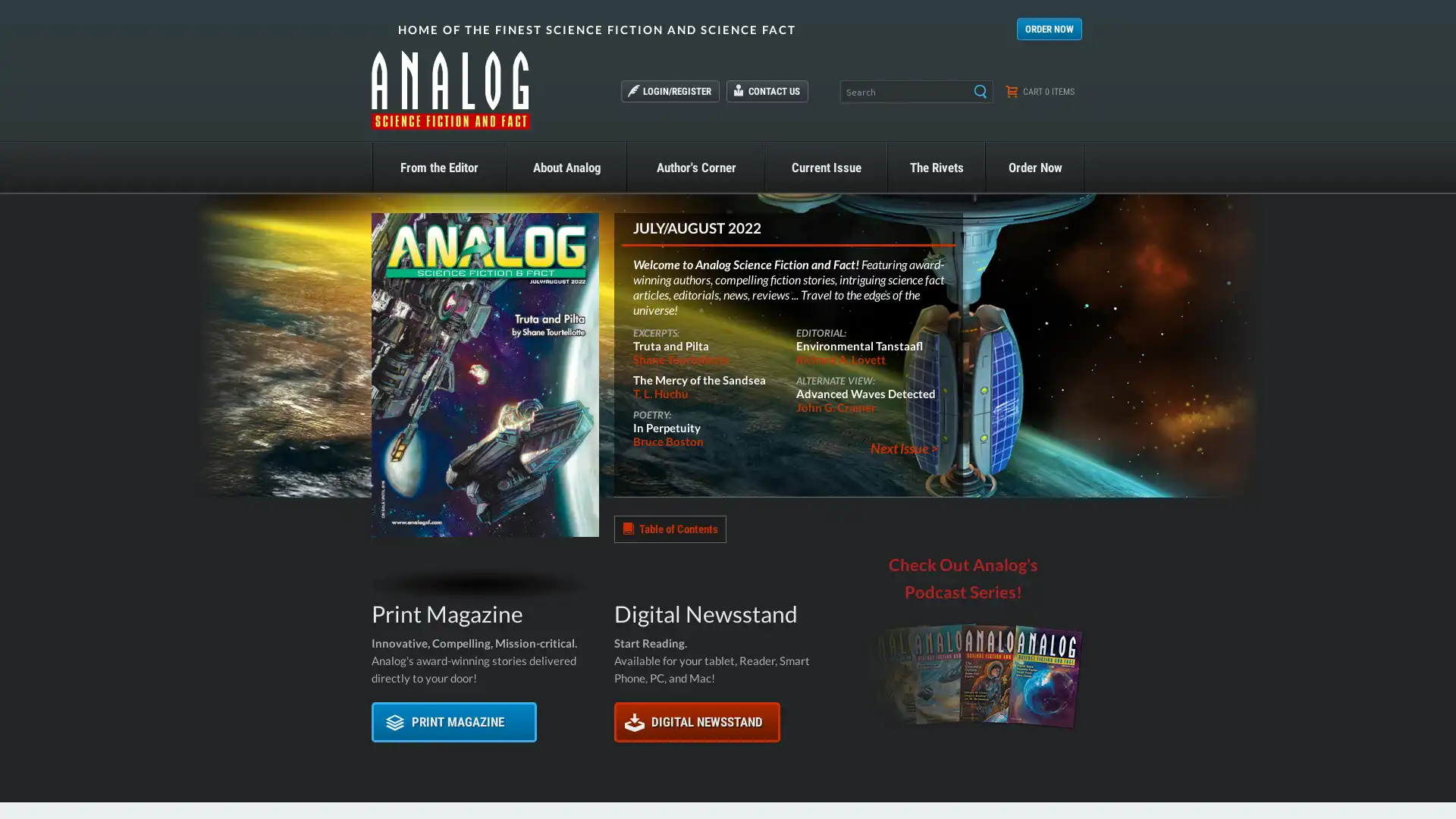  I want to click on Search, so click(980, 91).